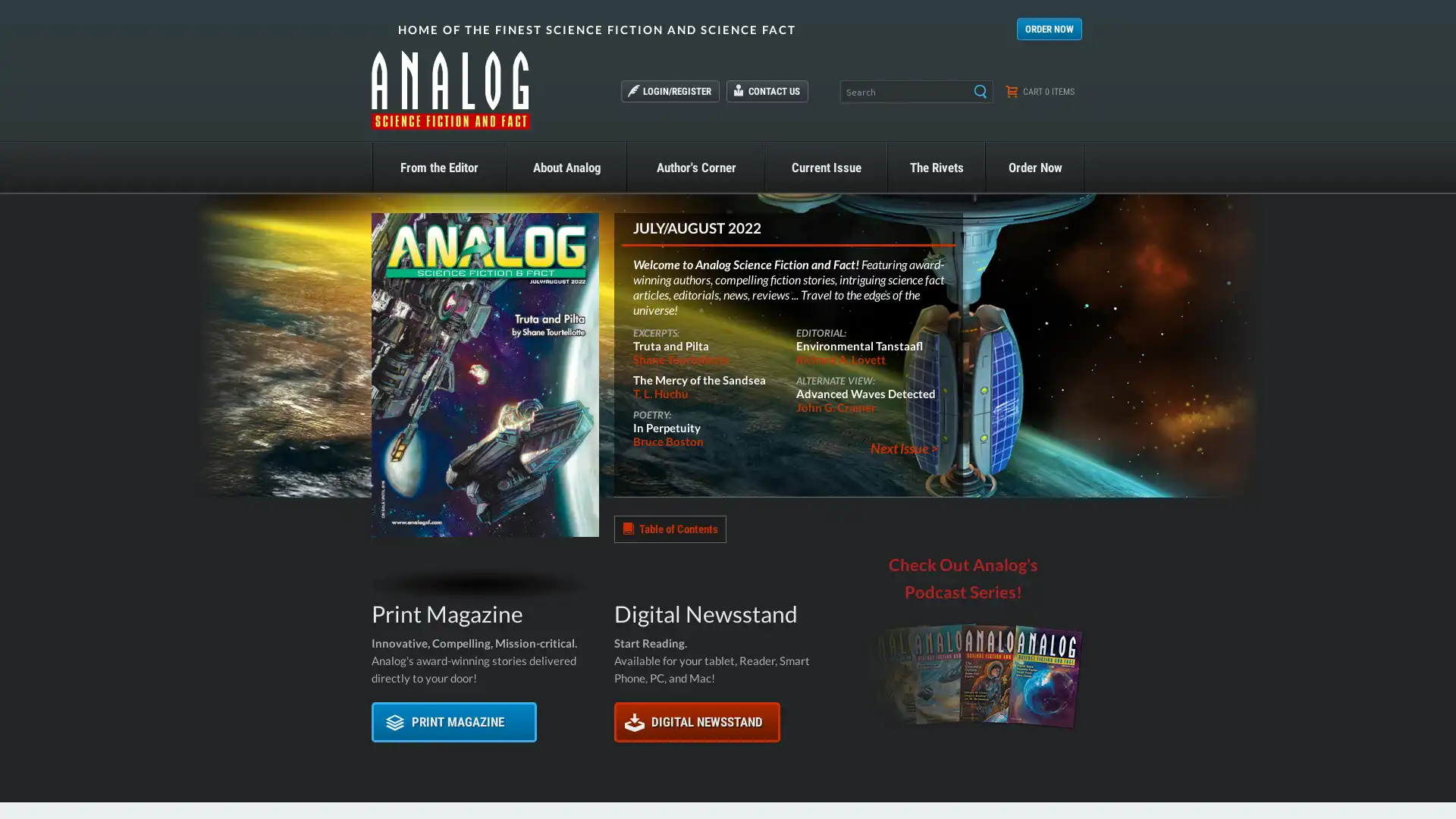  I want to click on Search, so click(980, 91).